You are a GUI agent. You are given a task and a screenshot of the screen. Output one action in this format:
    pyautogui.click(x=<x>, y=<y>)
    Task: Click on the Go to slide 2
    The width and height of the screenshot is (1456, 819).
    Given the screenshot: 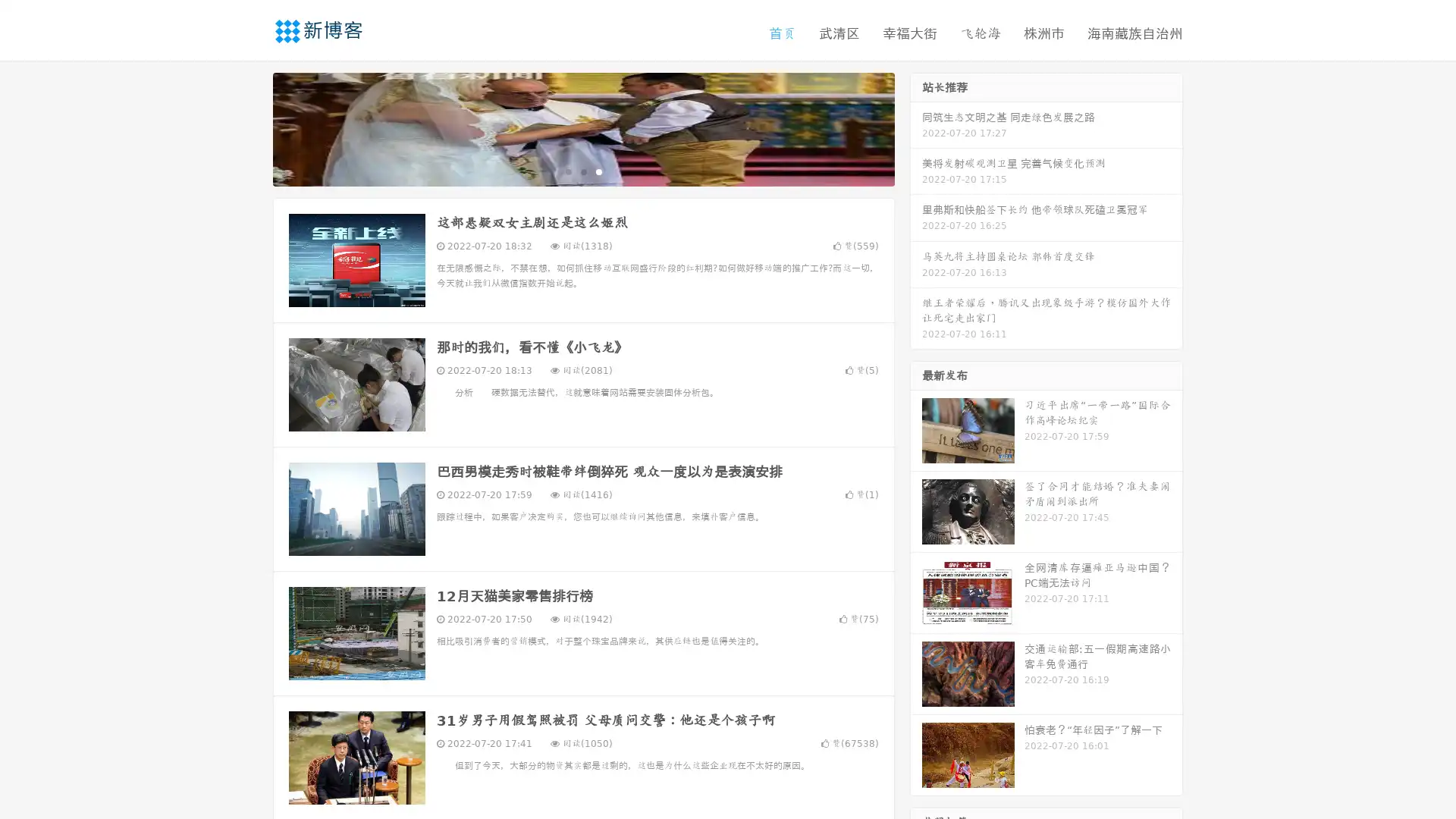 What is the action you would take?
    pyautogui.click(x=582, y=171)
    